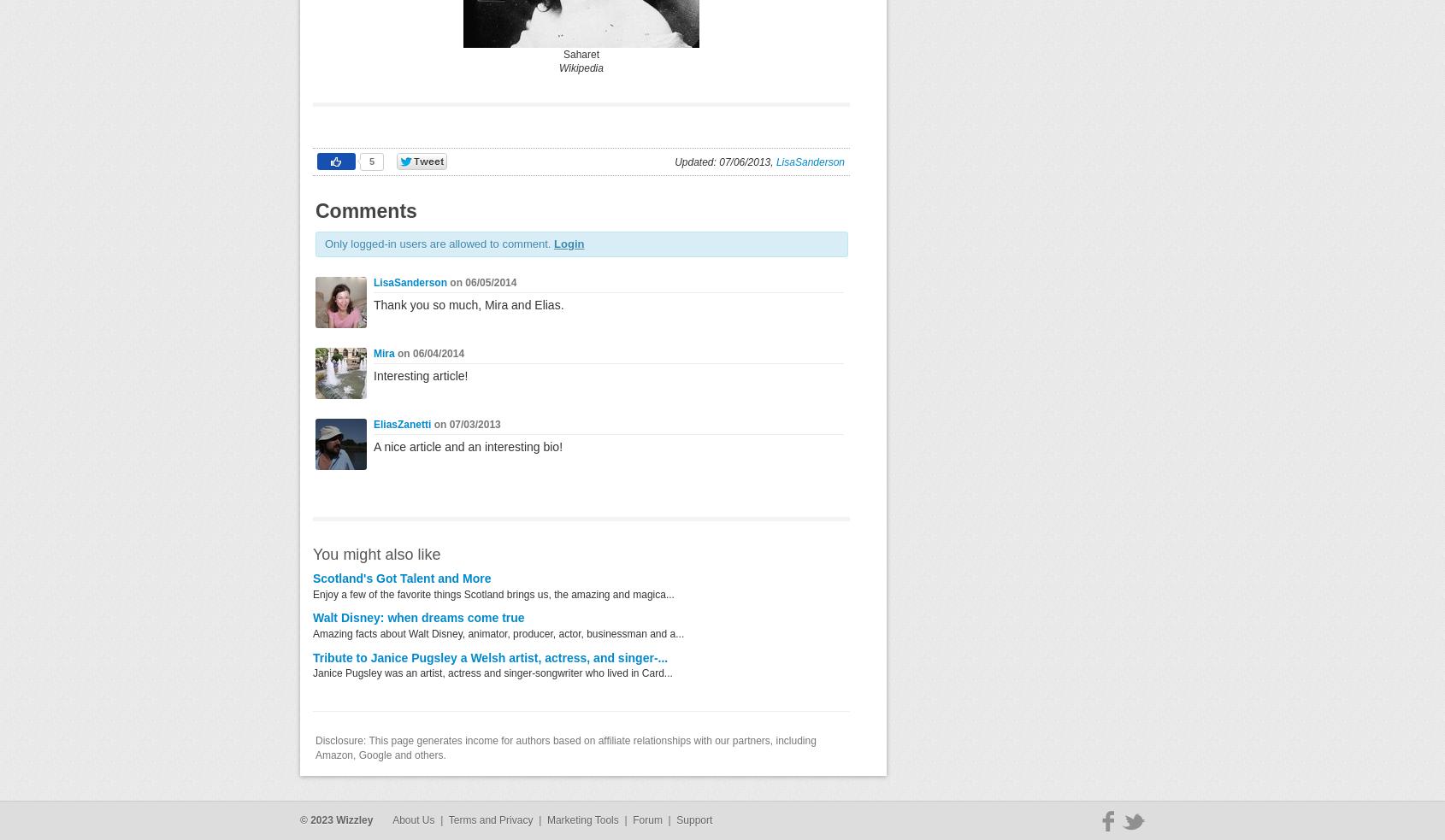 This screenshot has height=840, width=1445. What do you see at coordinates (369, 162) in the screenshot?
I see `'5'` at bounding box center [369, 162].